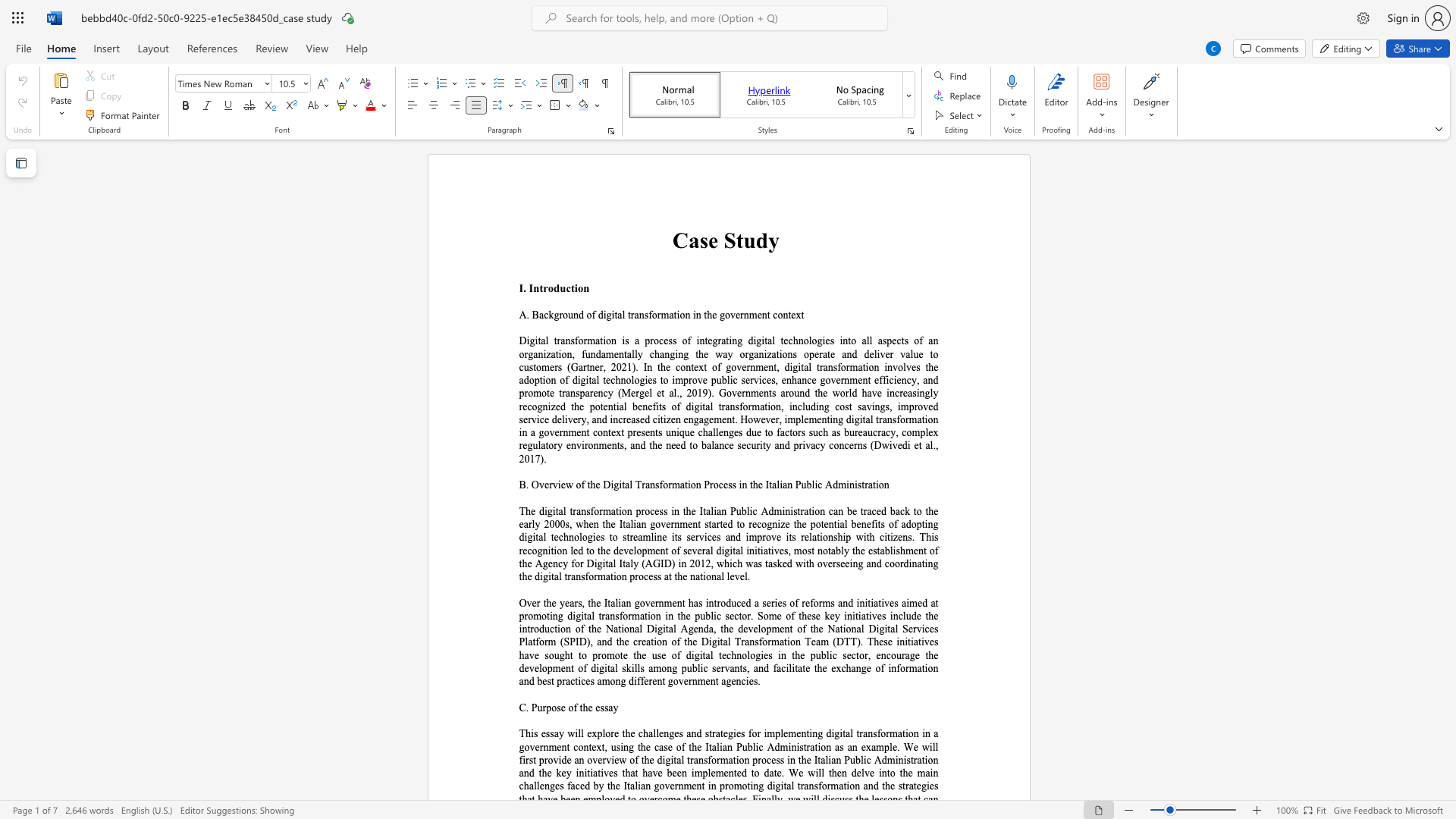 The width and height of the screenshot is (1456, 819). Describe the element at coordinates (553, 708) in the screenshot. I see `the 1th character "o" in the text` at that location.